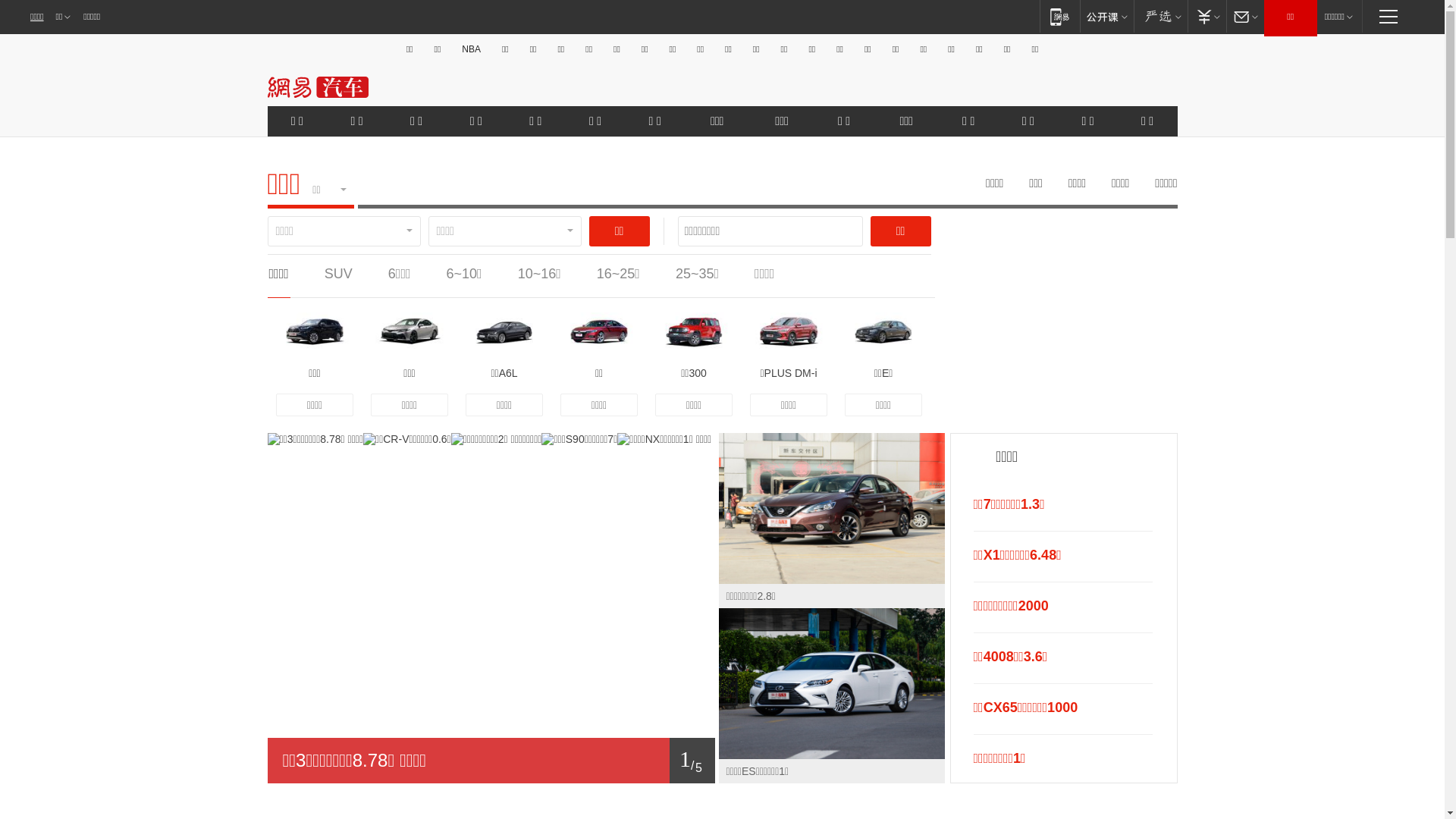 The width and height of the screenshot is (1456, 819). I want to click on 'SUV', so click(337, 274).